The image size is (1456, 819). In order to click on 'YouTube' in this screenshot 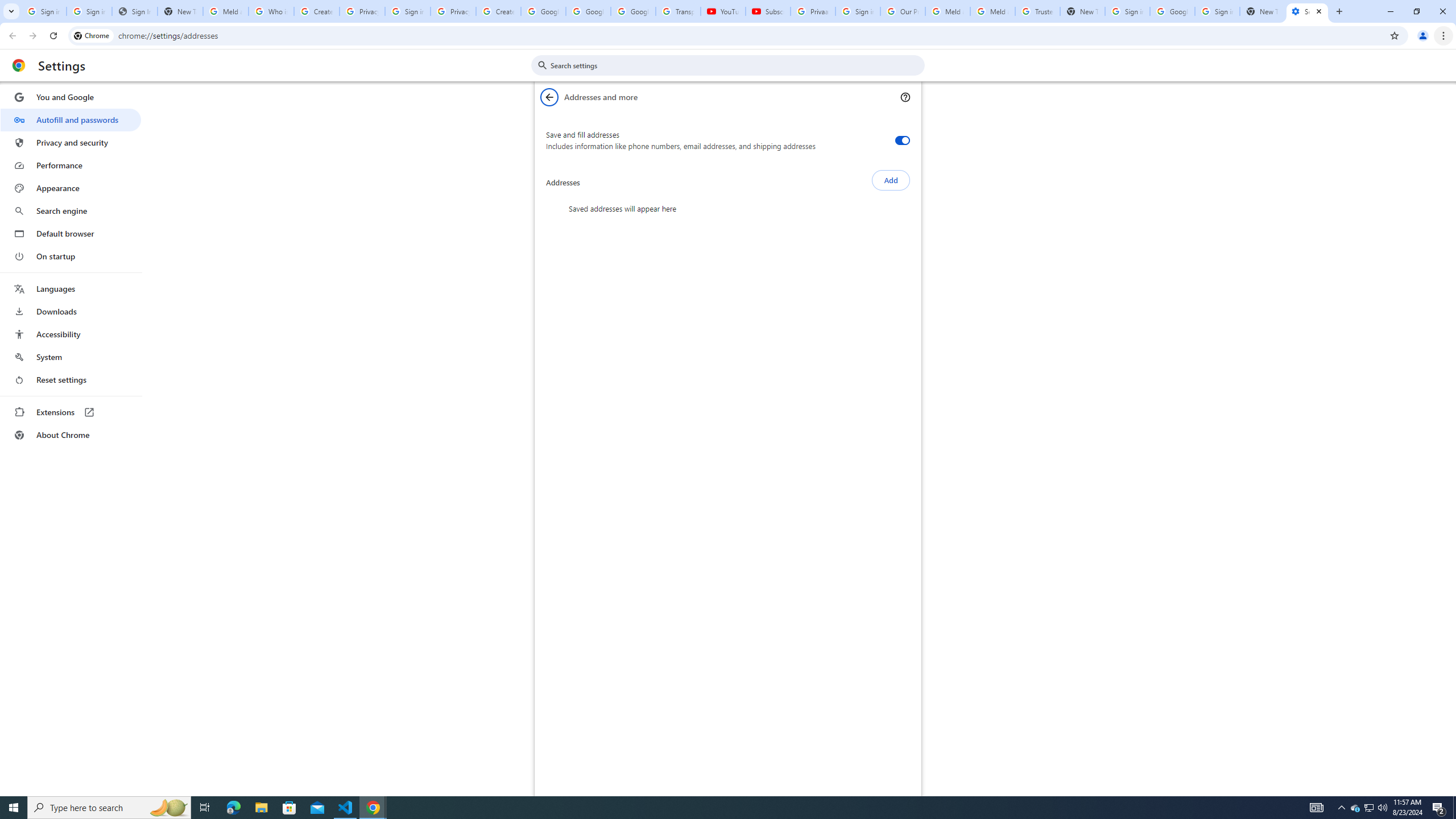, I will do `click(723, 11)`.